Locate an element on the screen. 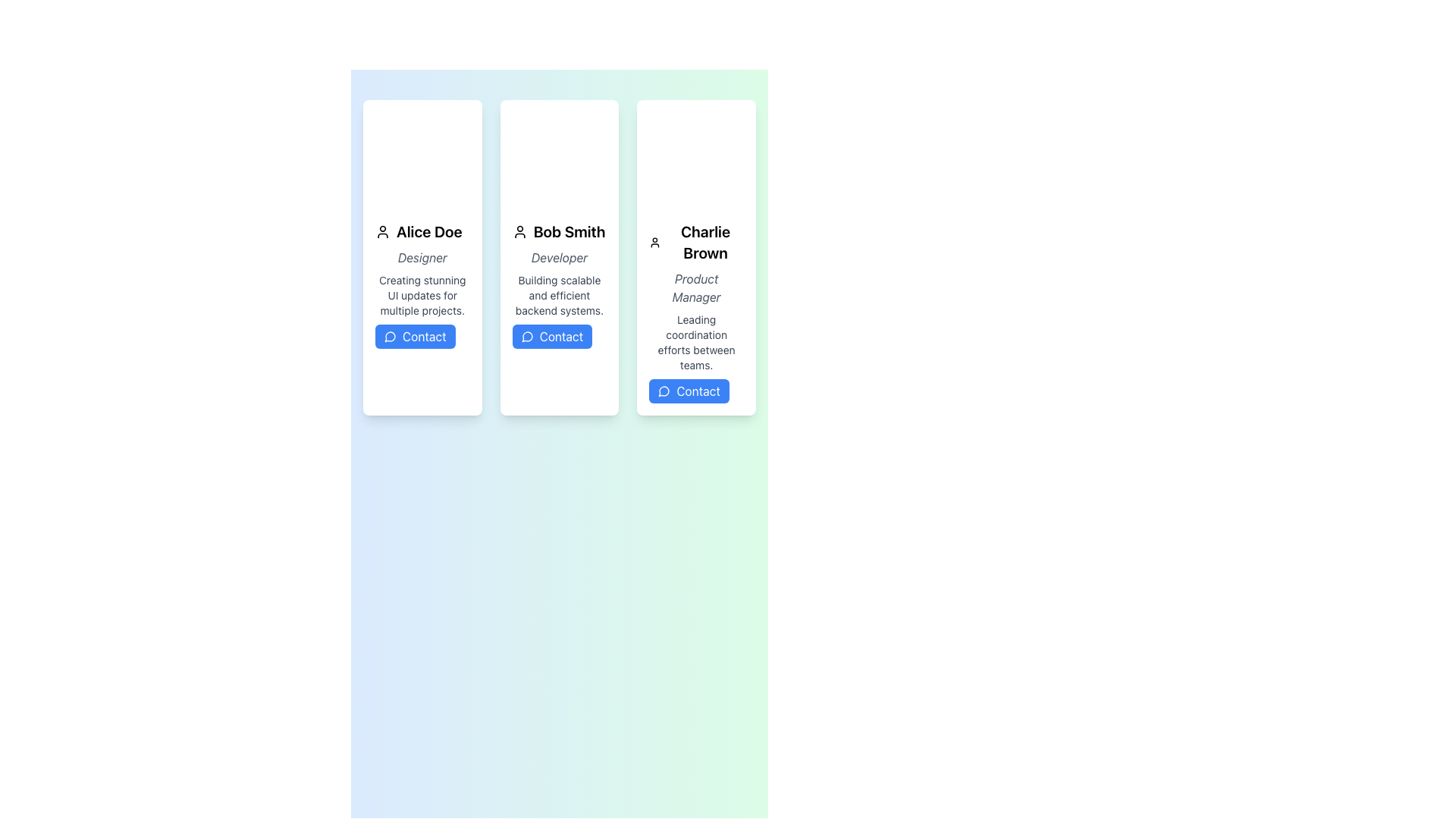 This screenshot has height=819, width=1456. the text label indicating the role 'Developer' associated with 'Bob Smith' is located at coordinates (559, 256).